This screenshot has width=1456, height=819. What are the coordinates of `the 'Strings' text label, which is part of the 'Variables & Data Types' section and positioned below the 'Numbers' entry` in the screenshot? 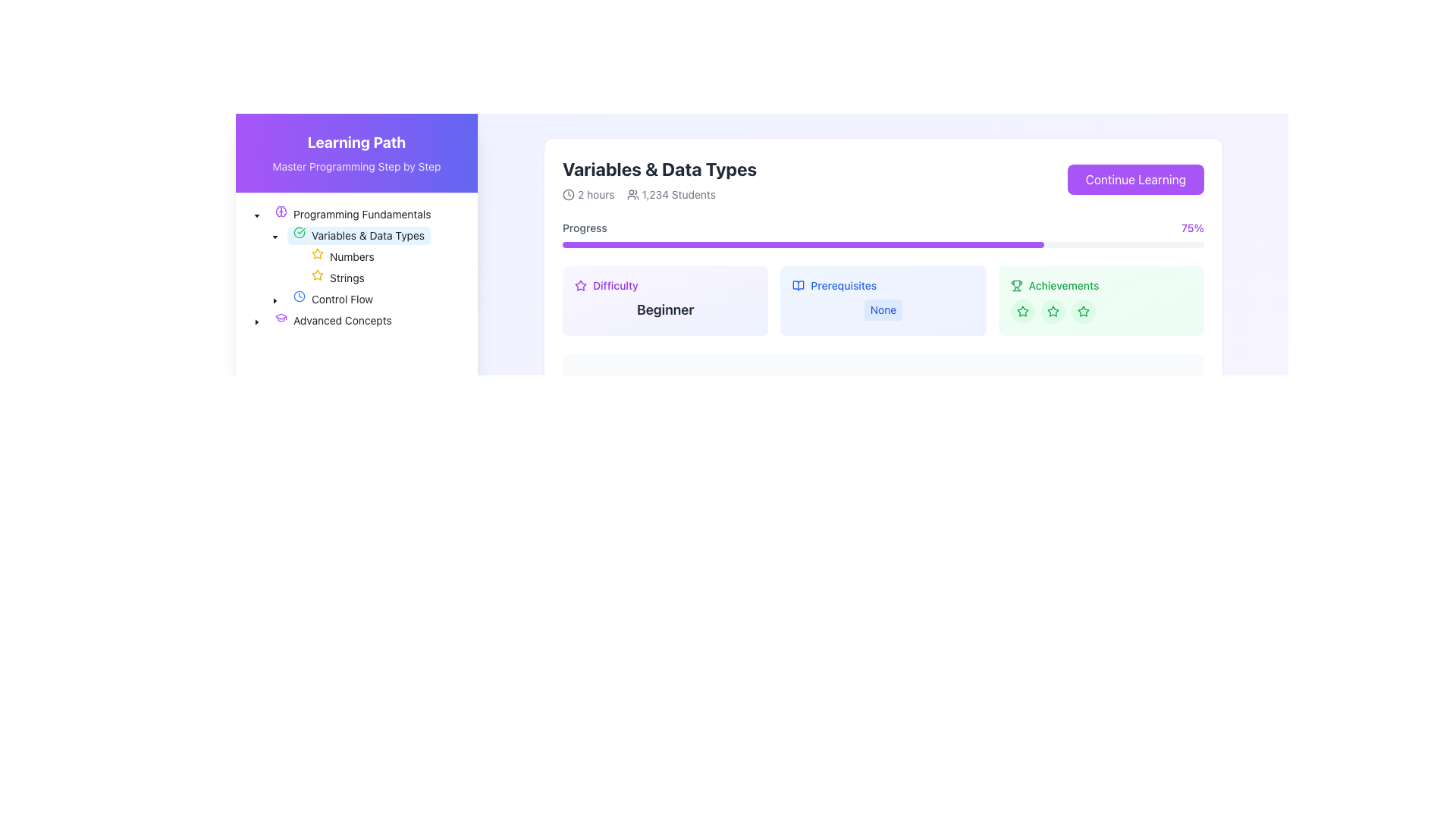 It's located at (346, 278).